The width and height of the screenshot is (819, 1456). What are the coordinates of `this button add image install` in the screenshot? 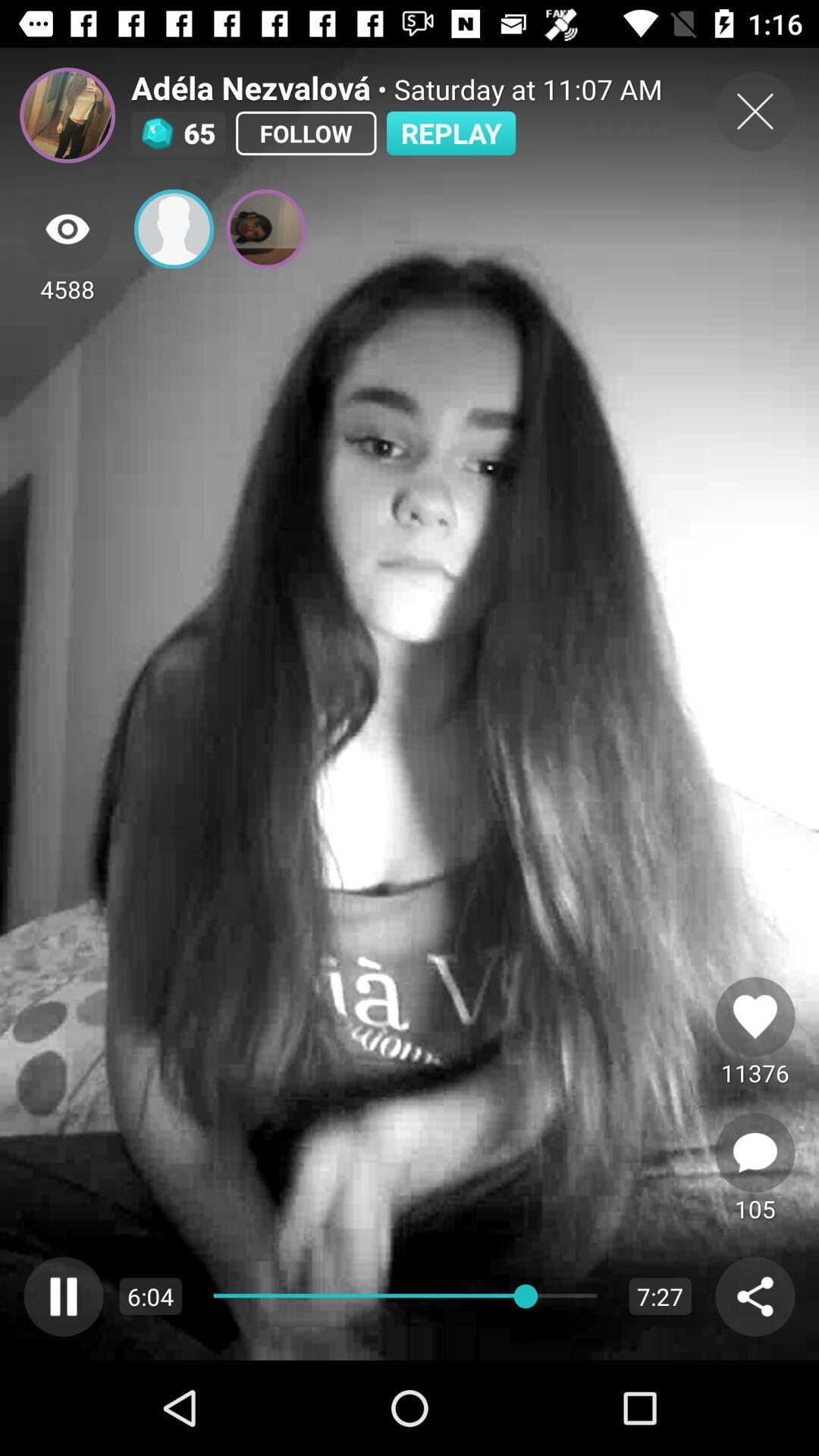 It's located at (173, 228).